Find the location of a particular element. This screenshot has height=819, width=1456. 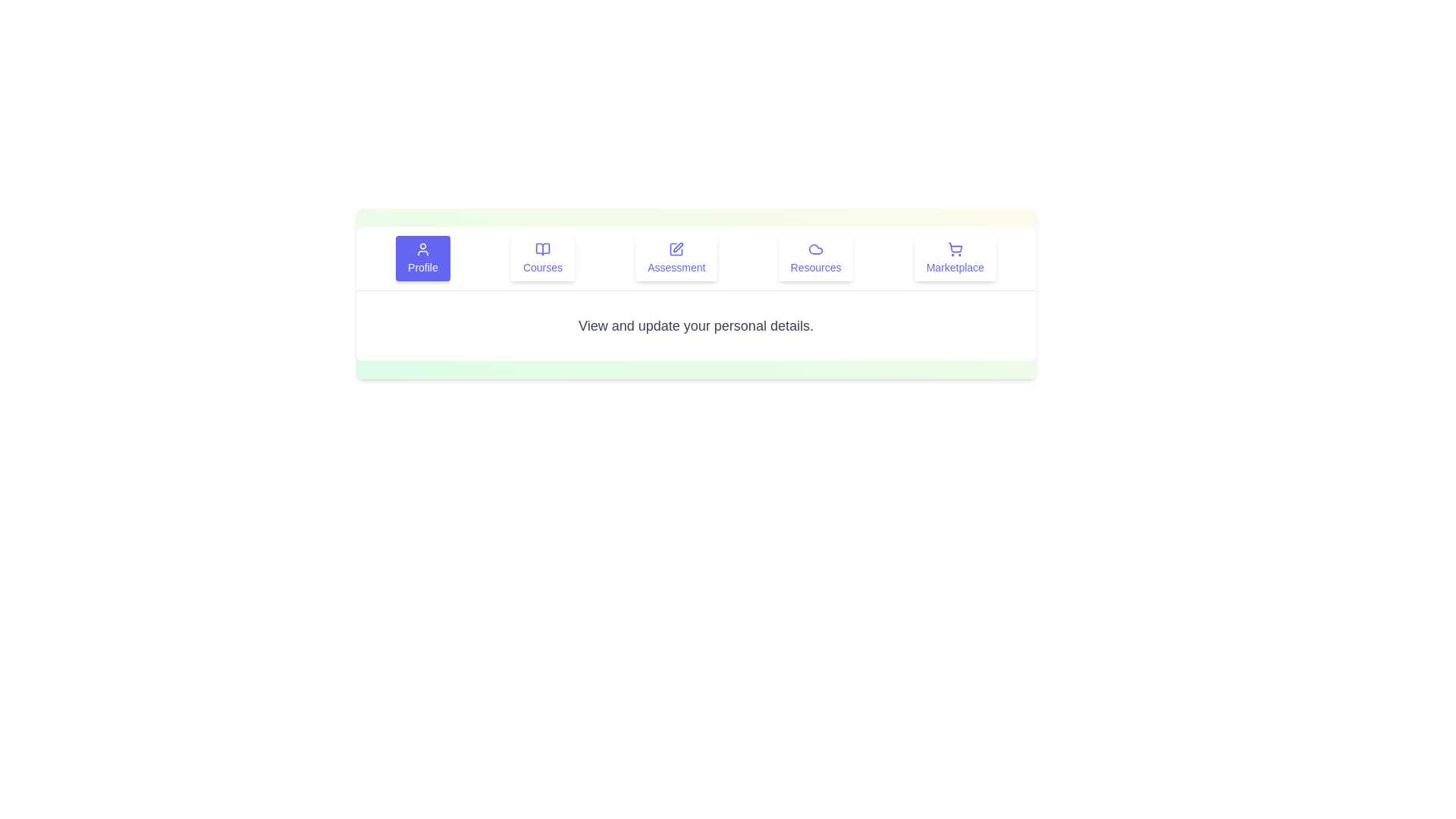

the 'Courses' text label, which is part of the navigation menu located beneath the open book icon is located at coordinates (542, 267).